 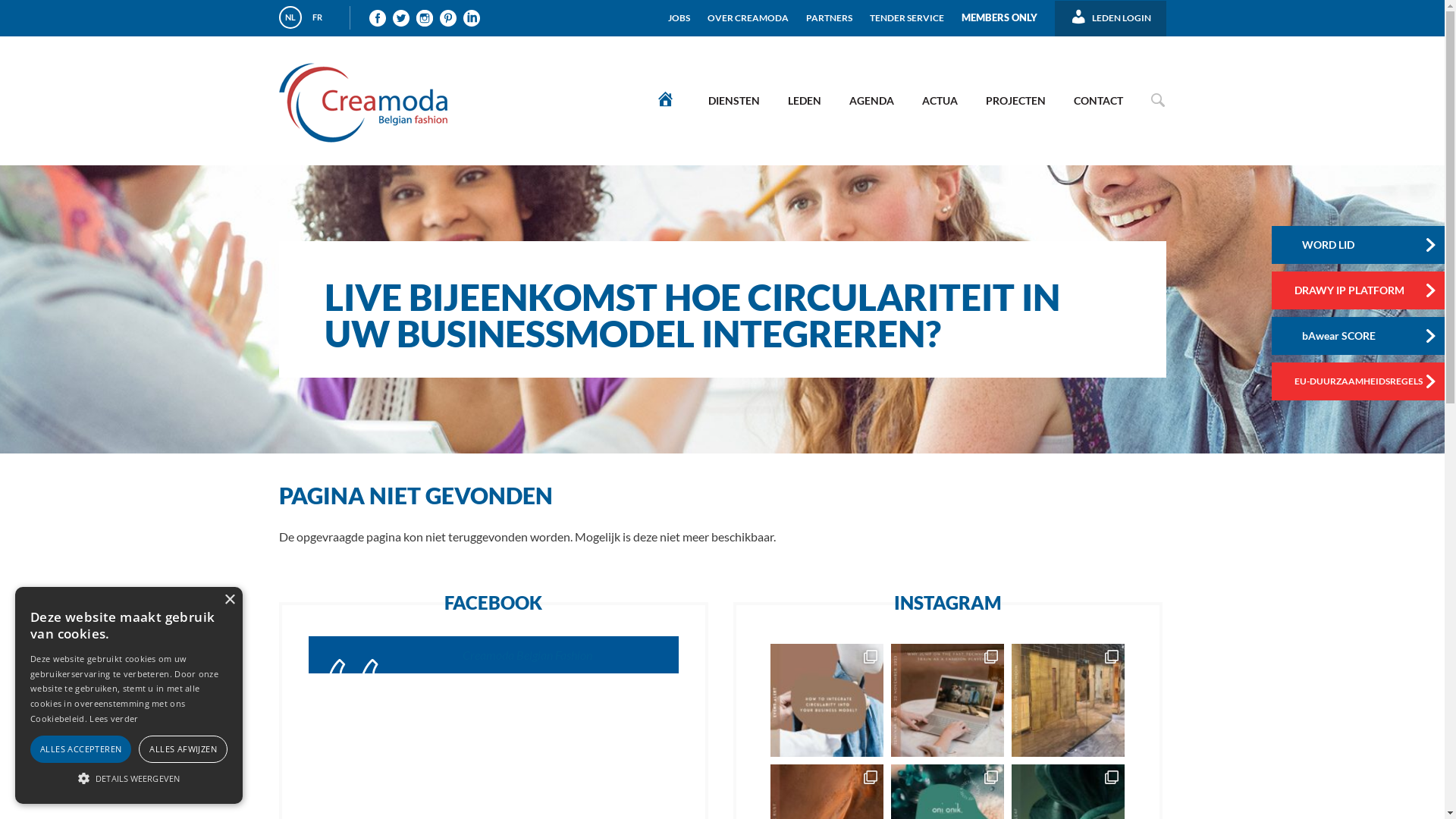 What do you see at coordinates (1360, 290) in the screenshot?
I see `'DRAWY IP PLATFORM'` at bounding box center [1360, 290].